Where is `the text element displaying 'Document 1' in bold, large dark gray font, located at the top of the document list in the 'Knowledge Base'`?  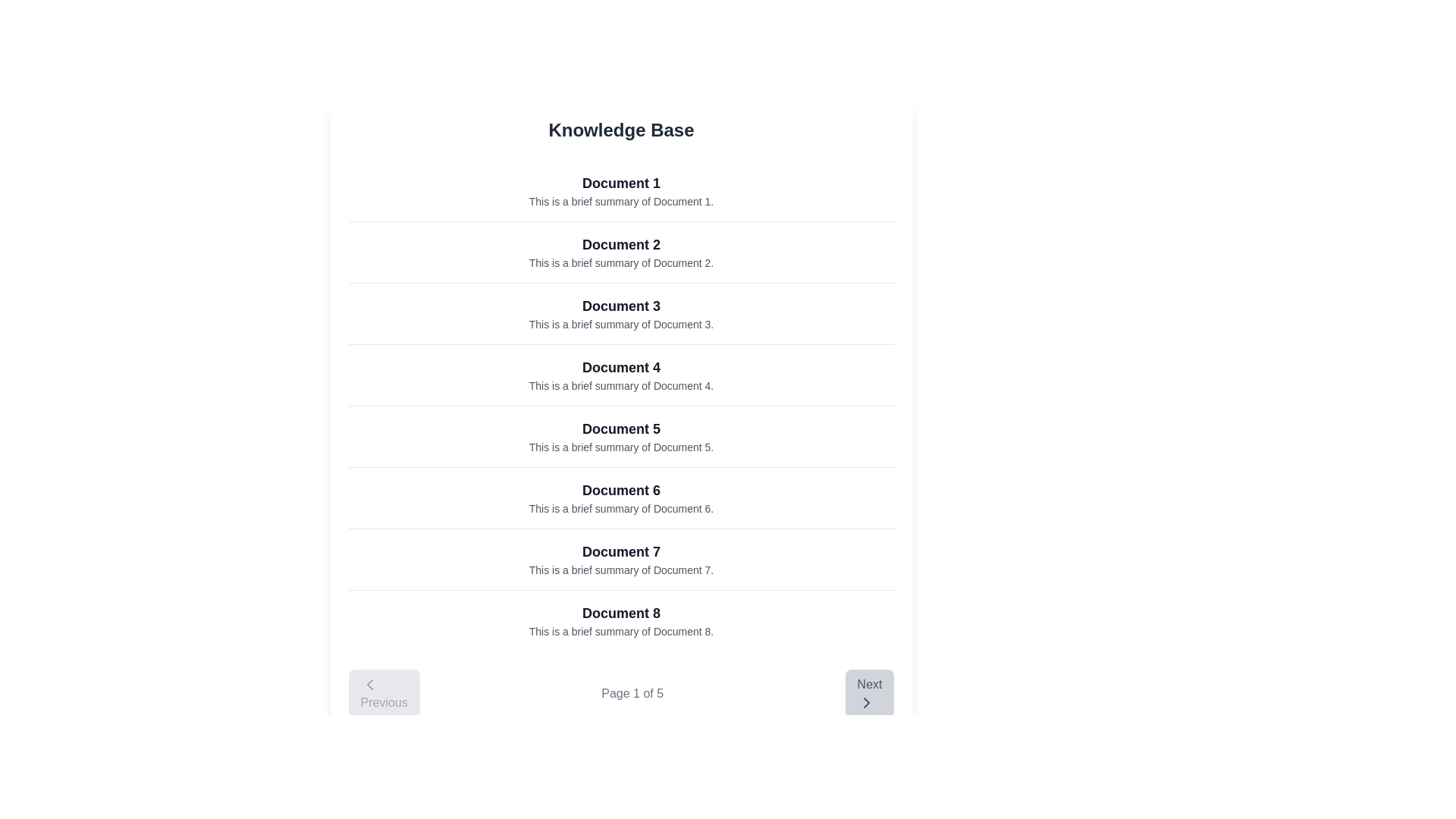 the text element displaying 'Document 1' in bold, large dark gray font, located at the top of the document list in the 'Knowledge Base' is located at coordinates (621, 183).